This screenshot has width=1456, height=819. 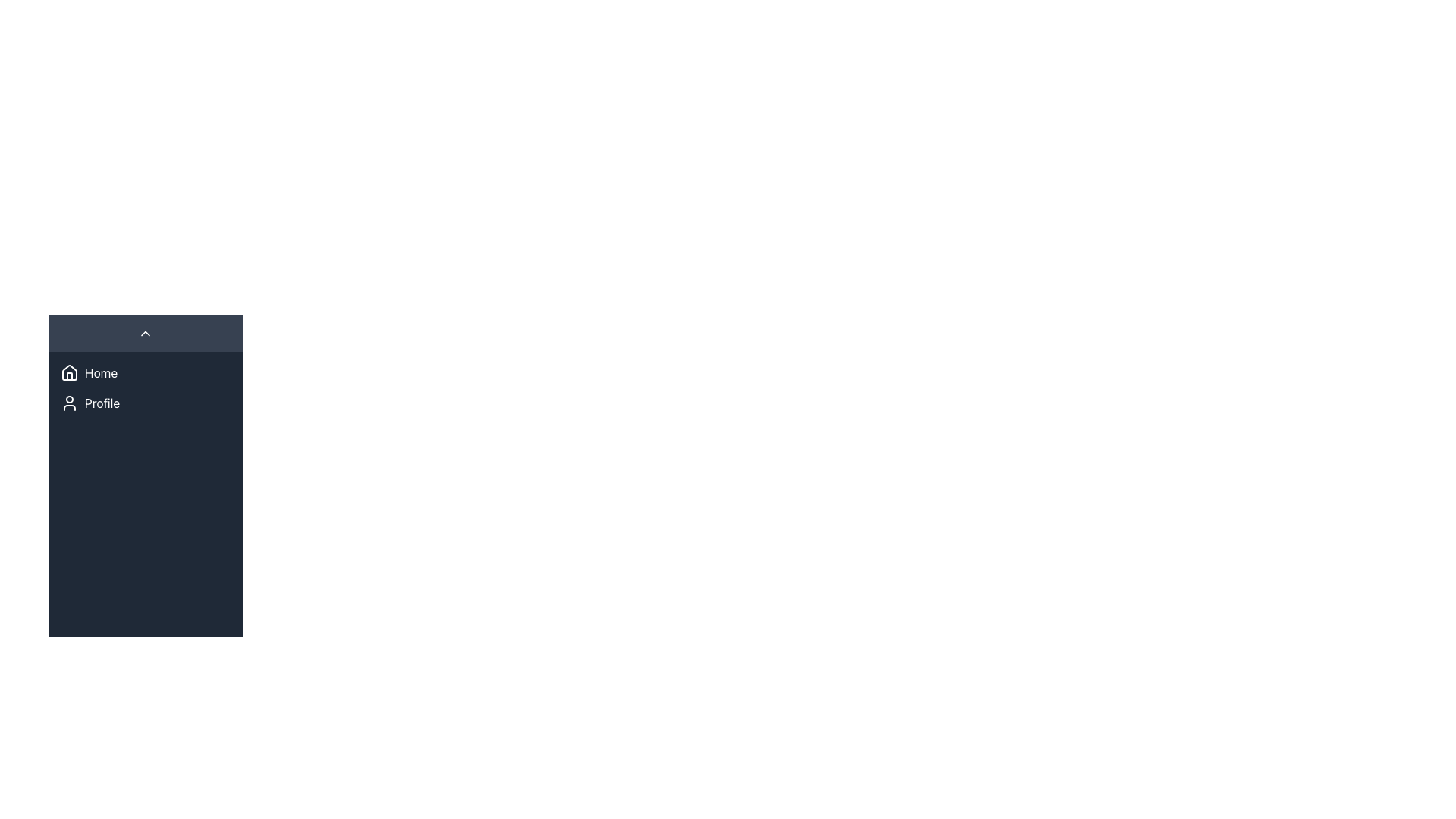 What do you see at coordinates (146, 332) in the screenshot?
I see `the upward collapsing icon located in the menu header above the 'Home' and 'Profile' items` at bounding box center [146, 332].